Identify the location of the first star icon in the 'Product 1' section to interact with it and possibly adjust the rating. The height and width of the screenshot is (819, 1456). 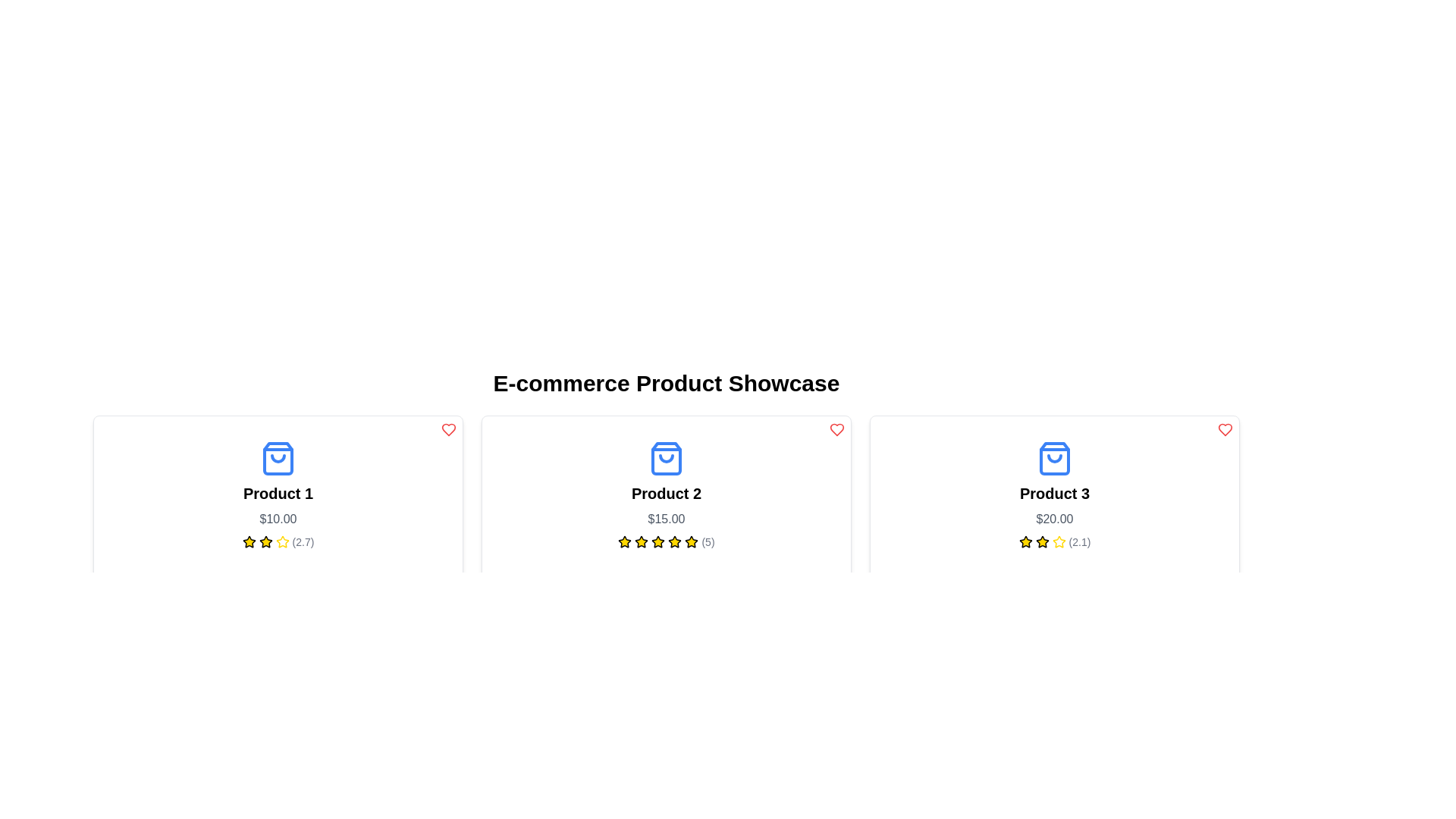
(265, 541).